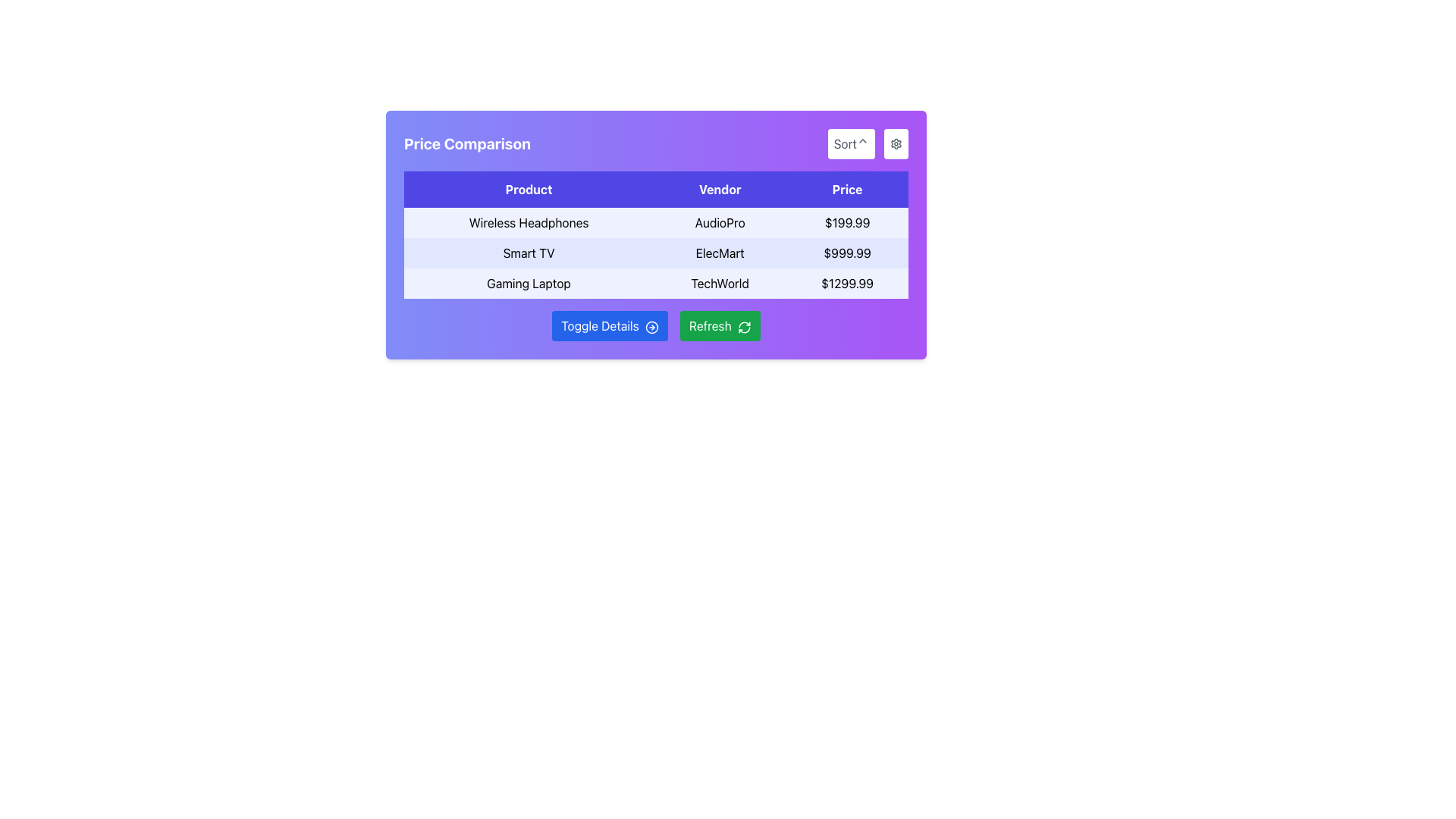 This screenshot has height=819, width=1456. Describe the element at coordinates (529, 284) in the screenshot. I see `the text label representing the product name in the third row of the table under the 'Product' column` at that location.